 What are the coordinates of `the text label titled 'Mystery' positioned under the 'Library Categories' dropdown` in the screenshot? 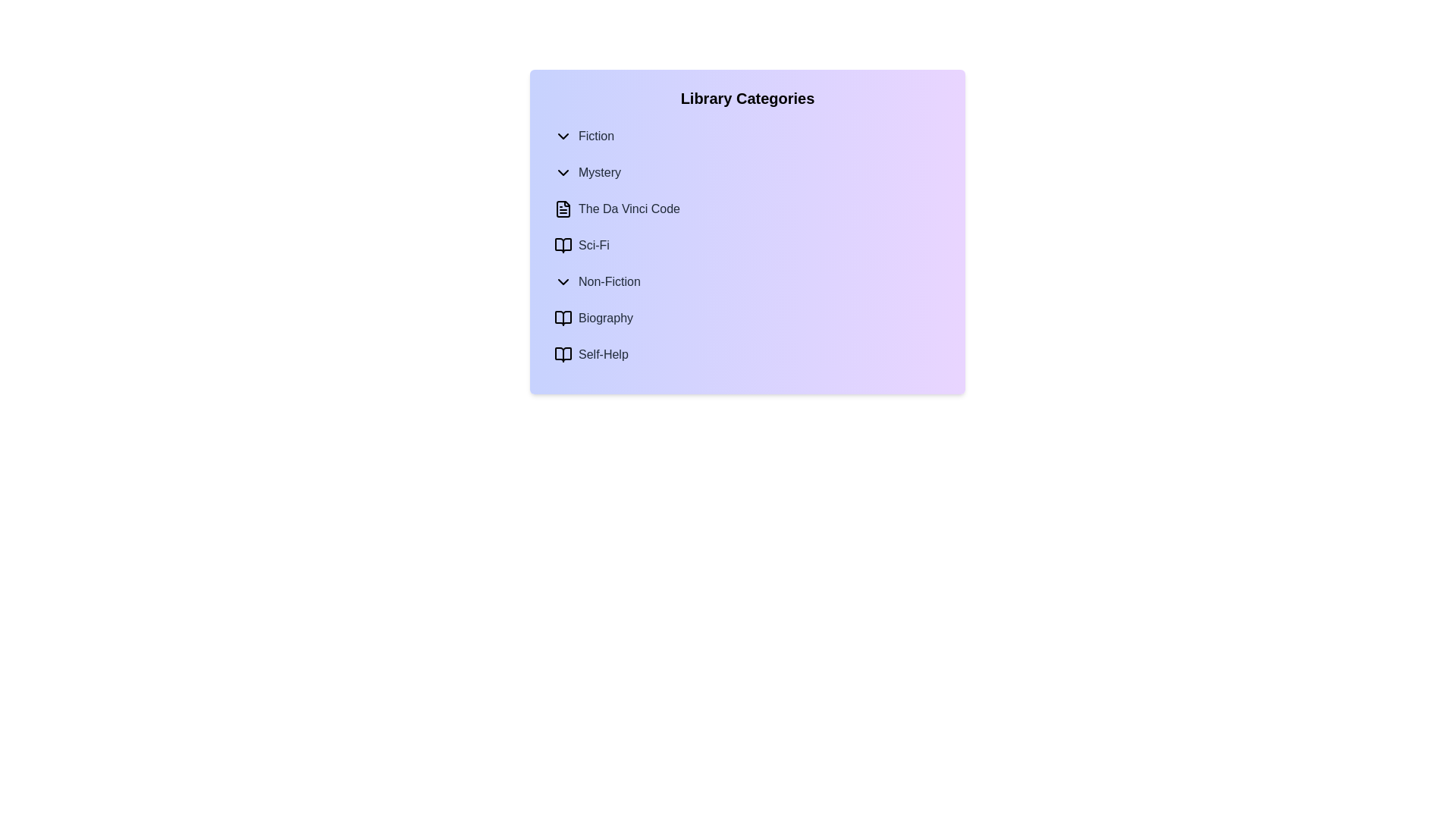 It's located at (599, 171).